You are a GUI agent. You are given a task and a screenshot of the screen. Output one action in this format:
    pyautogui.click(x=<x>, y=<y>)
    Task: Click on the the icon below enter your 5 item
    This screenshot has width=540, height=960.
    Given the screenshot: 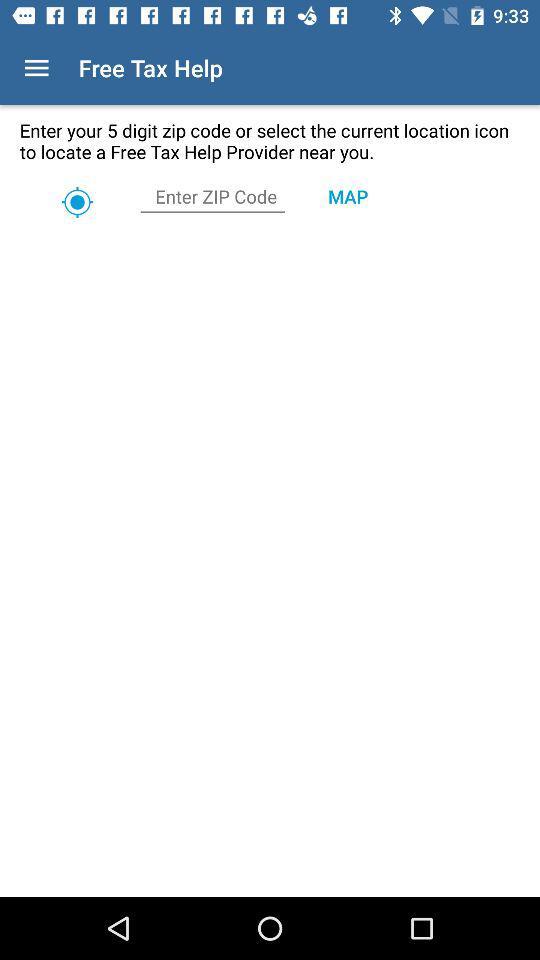 What is the action you would take?
    pyautogui.click(x=346, y=196)
    